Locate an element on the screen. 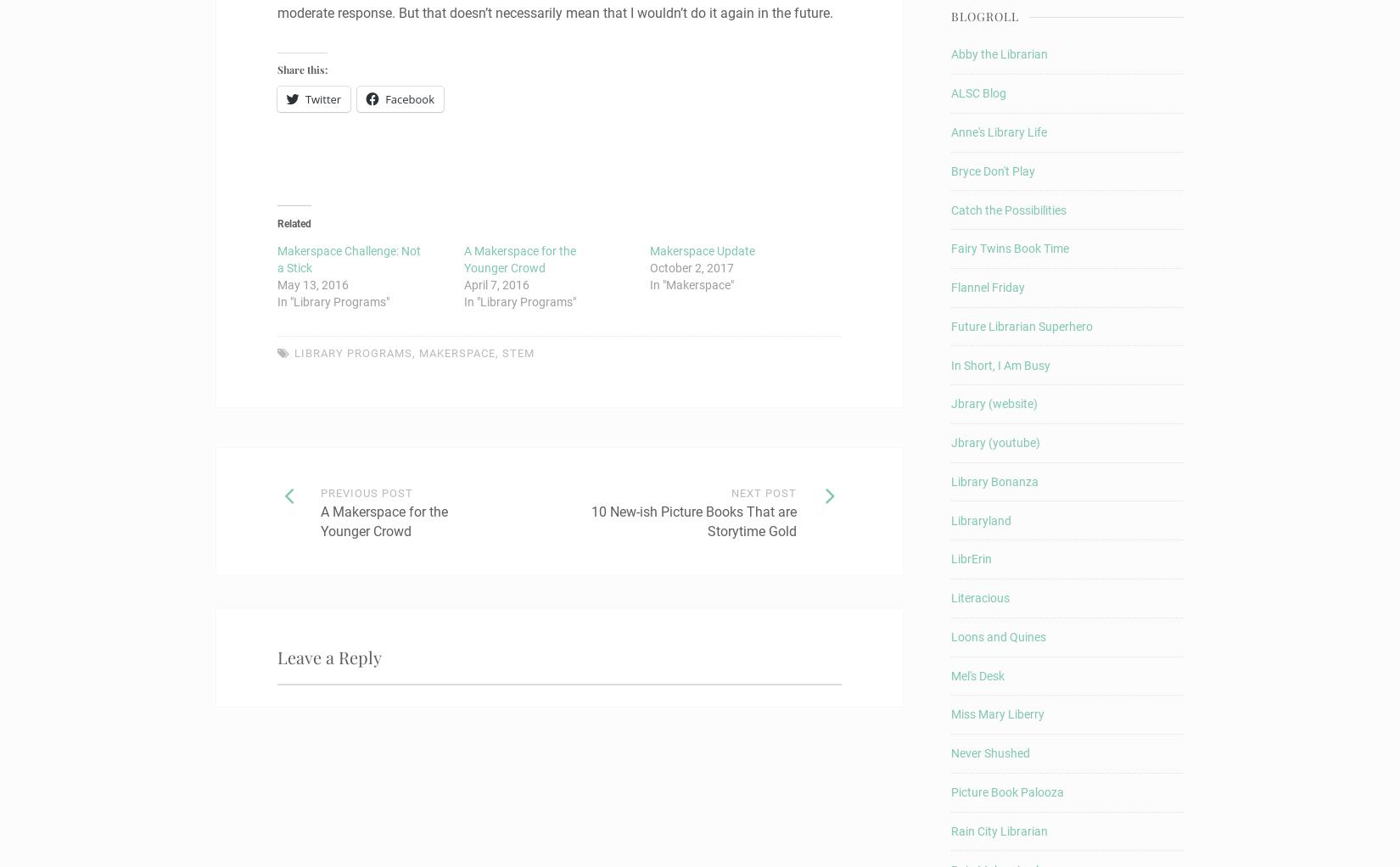 This screenshot has height=867, width=1400. 'Twitter' is located at coordinates (322, 98).